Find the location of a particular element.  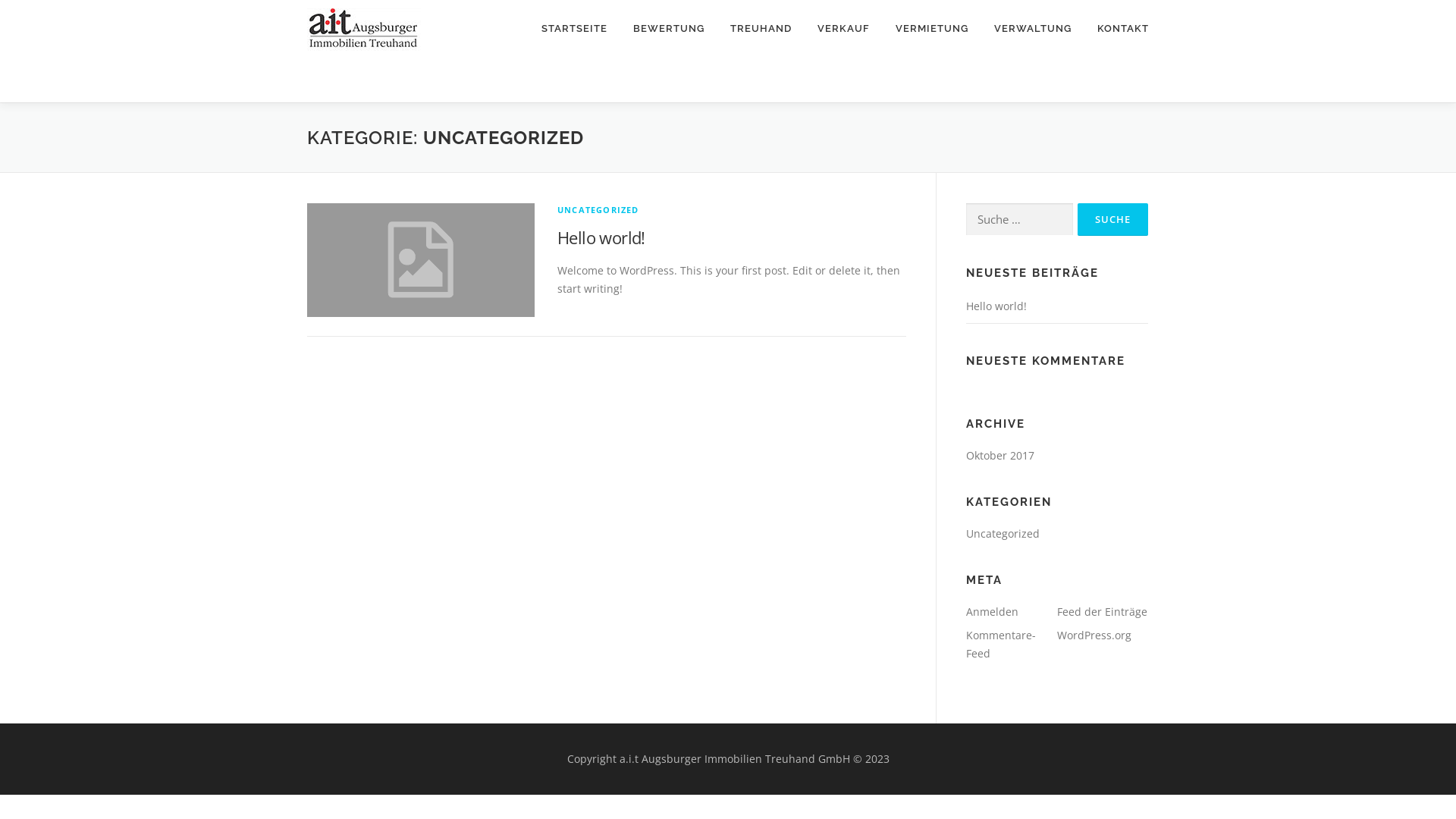

'VERKAUF' is located at coordinates (843, 28).